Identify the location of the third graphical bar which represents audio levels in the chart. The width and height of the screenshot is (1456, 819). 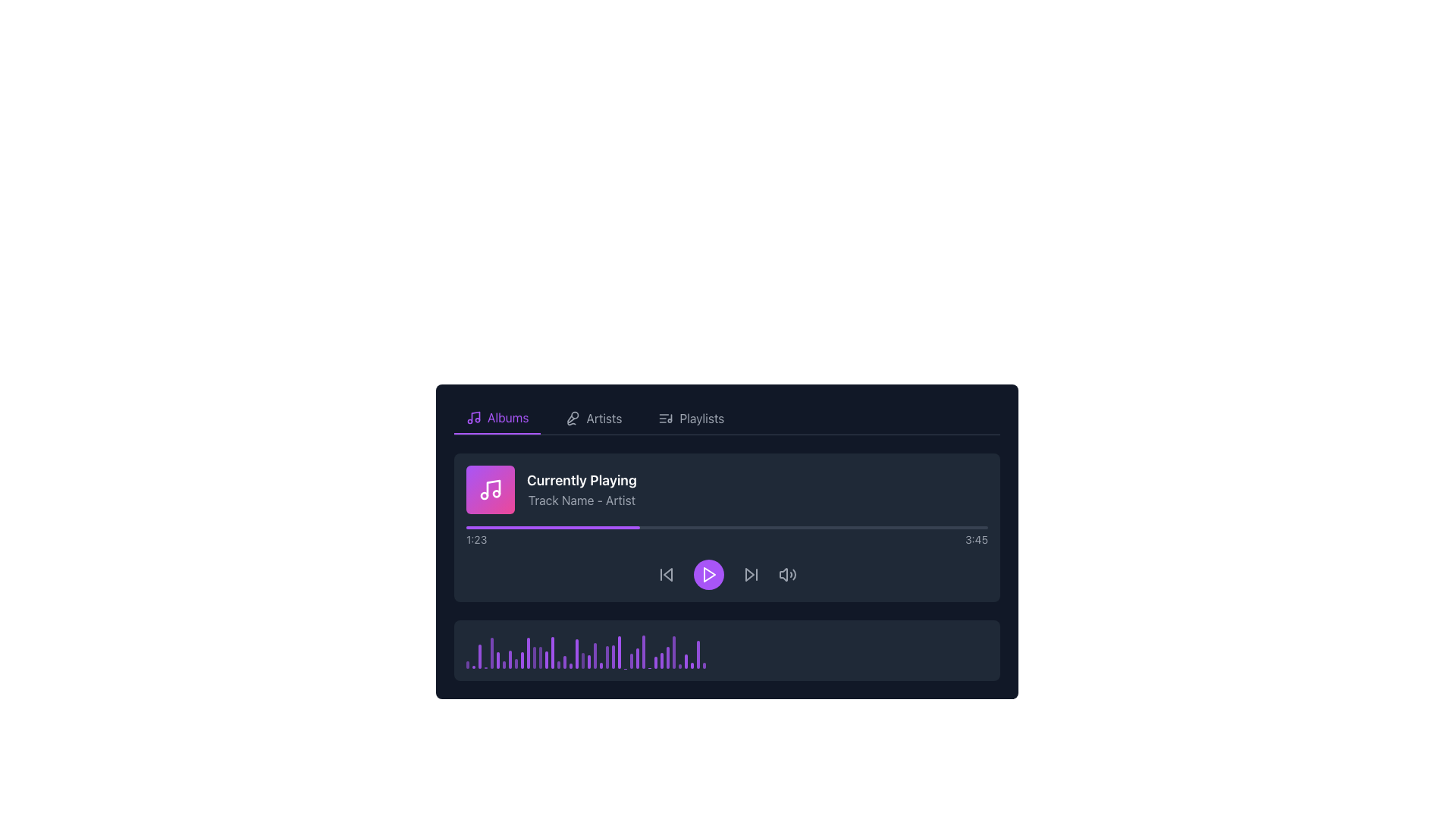
(479, 656).